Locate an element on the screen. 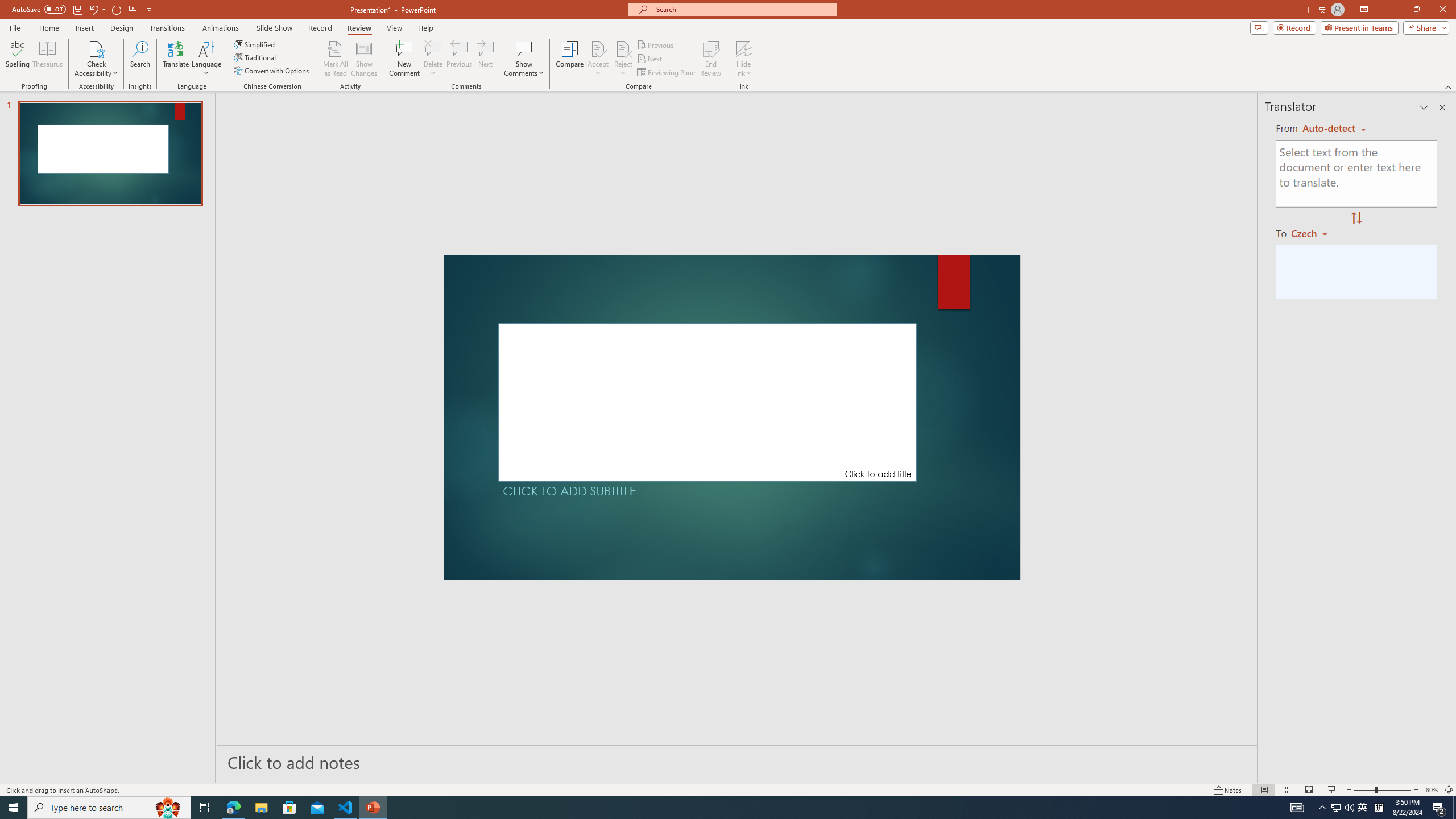 The width and height of the screenshot is (1456, 819). 'Next' is located at coordinates (650, 59).